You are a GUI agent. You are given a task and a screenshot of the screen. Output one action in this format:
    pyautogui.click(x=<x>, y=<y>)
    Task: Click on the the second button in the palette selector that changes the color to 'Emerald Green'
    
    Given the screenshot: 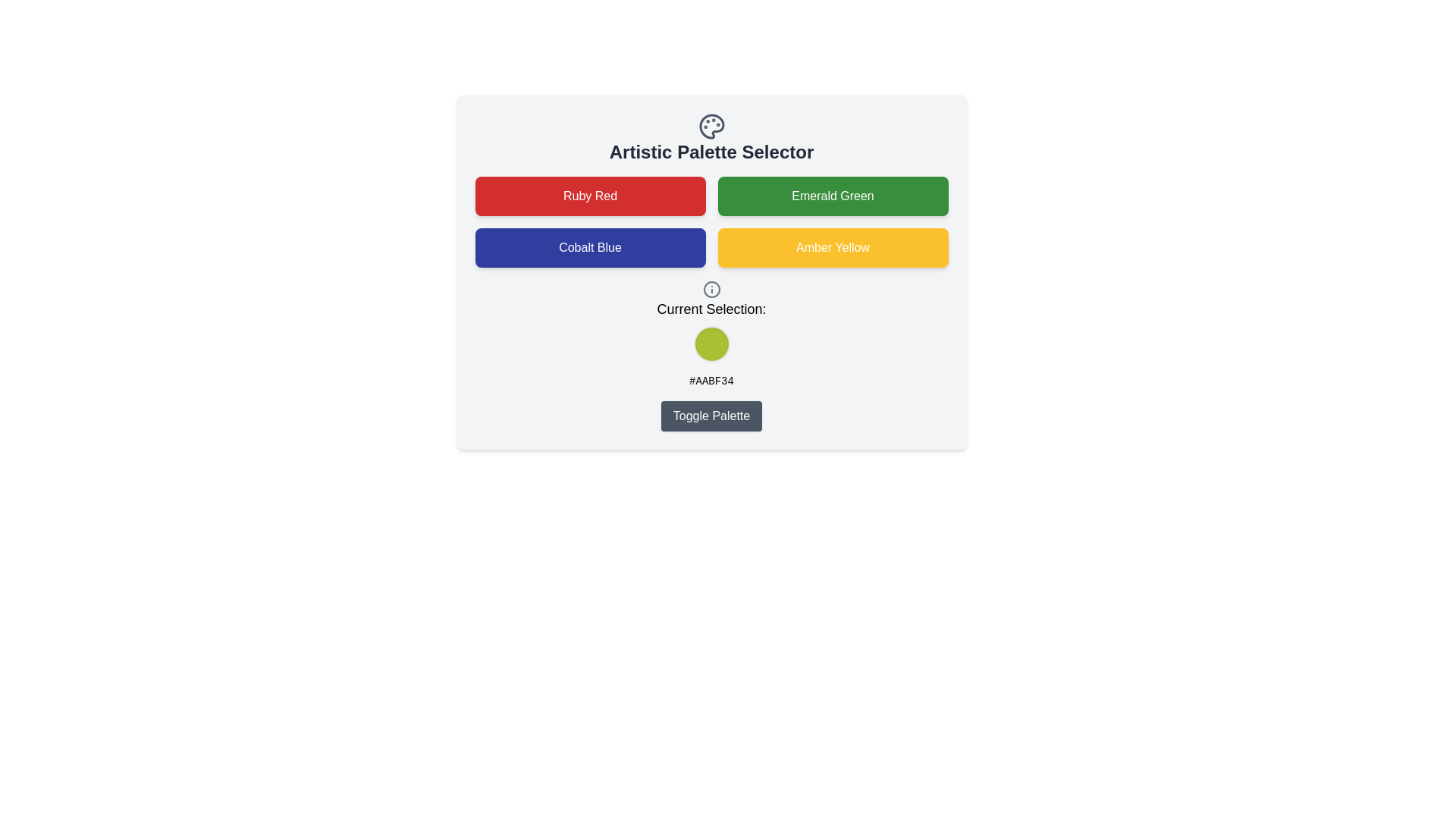 What is the action you would take?
    pyautogui.click(x=832, y=195)
    